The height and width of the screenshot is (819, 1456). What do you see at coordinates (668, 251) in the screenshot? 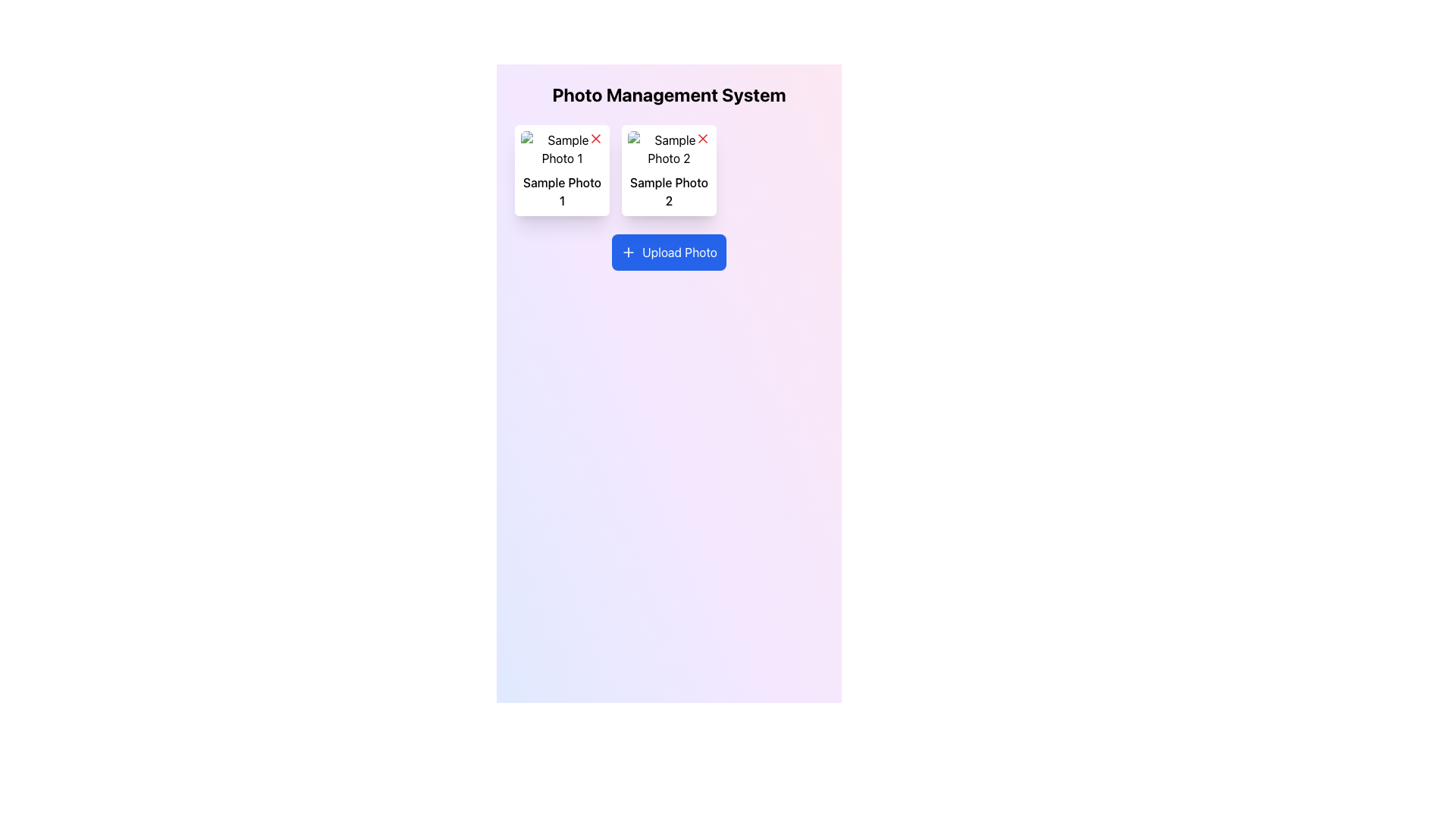
I see `the photo upload button located below the two photo preview cards to initiate the photo upload functionality` at bounding box center [668, 251].